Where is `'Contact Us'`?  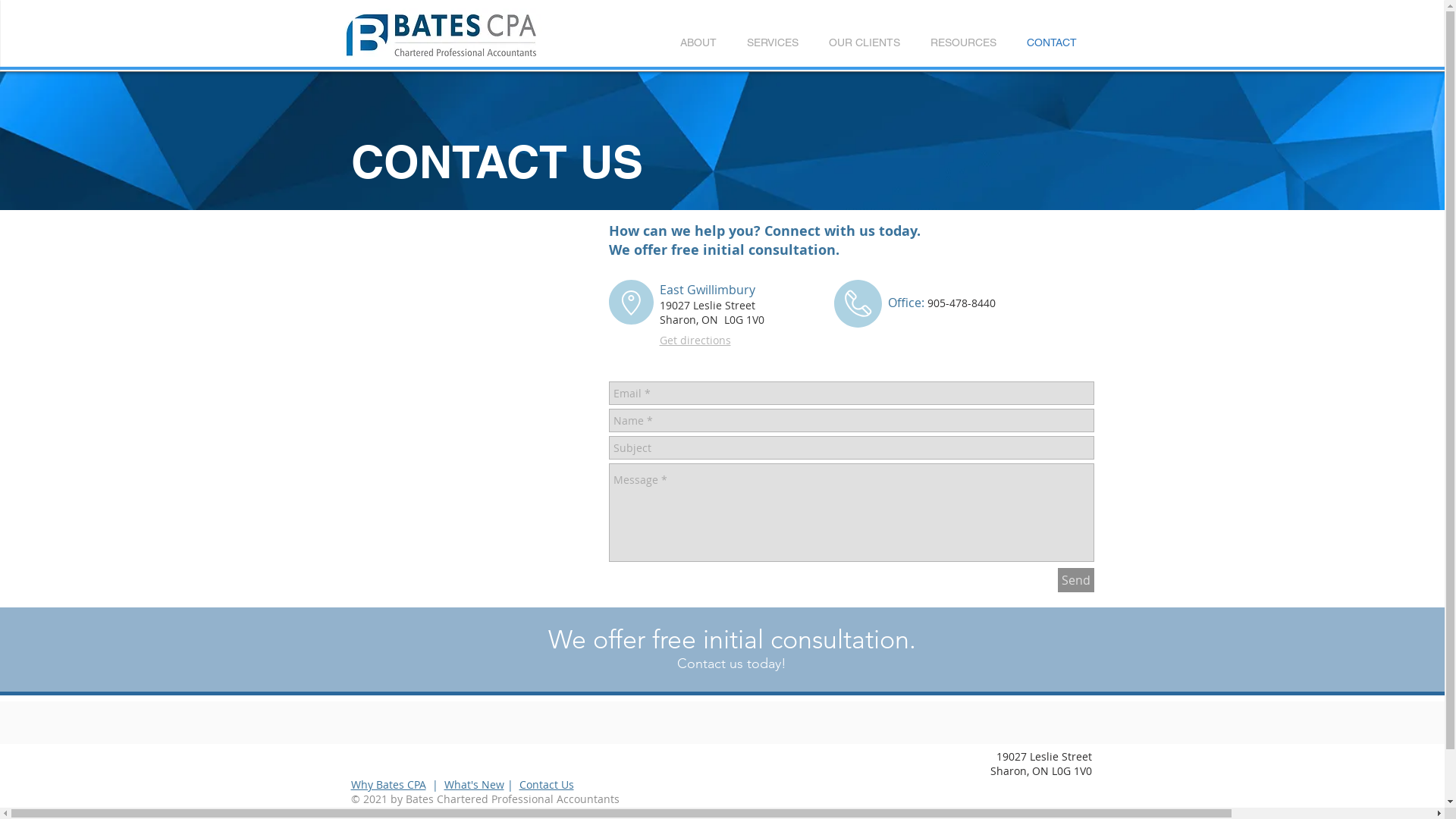
'Contact Us' is located at coordinates (546, 784).